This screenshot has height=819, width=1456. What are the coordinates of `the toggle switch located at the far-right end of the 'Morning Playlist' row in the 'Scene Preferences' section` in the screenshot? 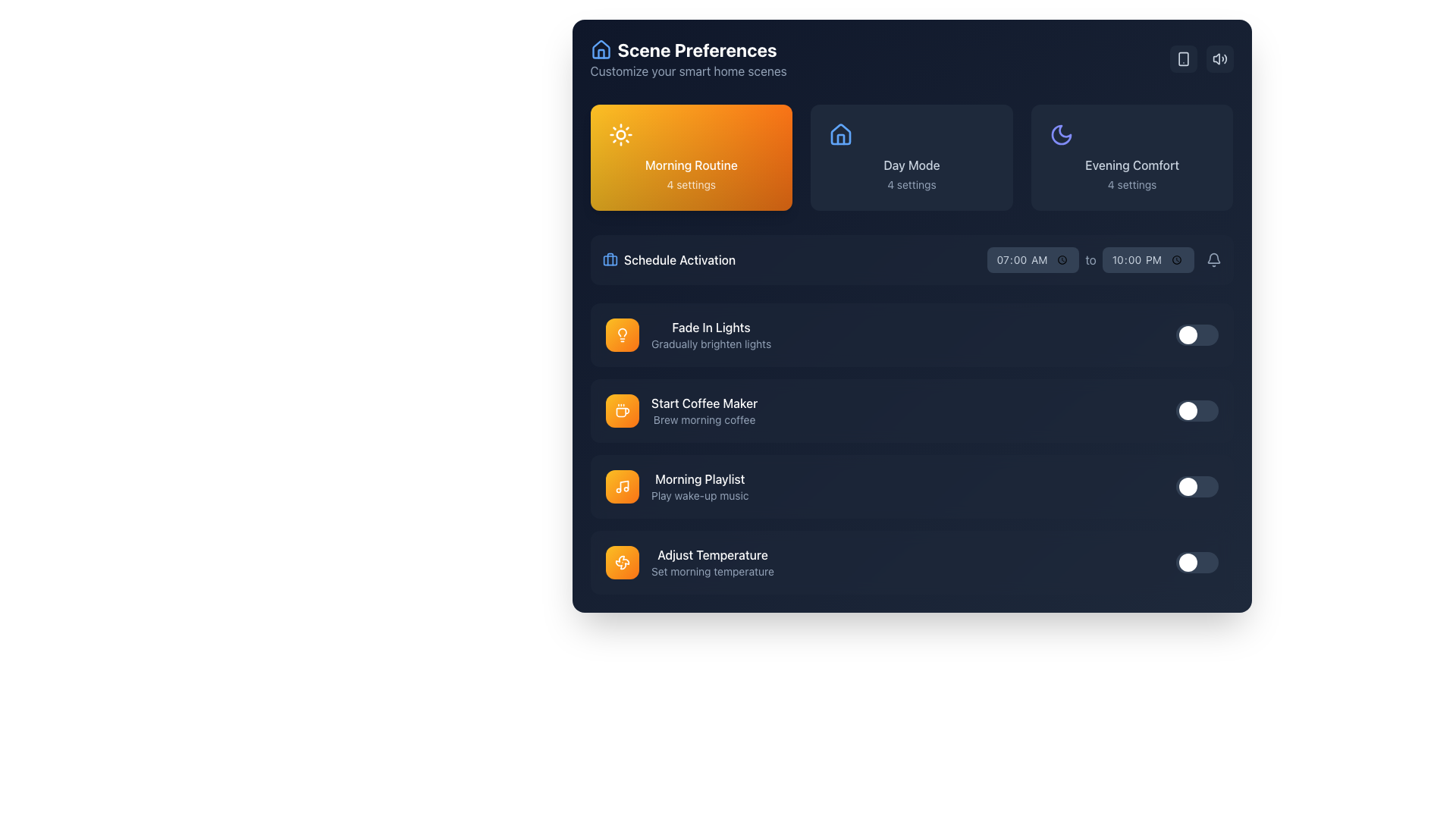 It's located at (1196, 486).